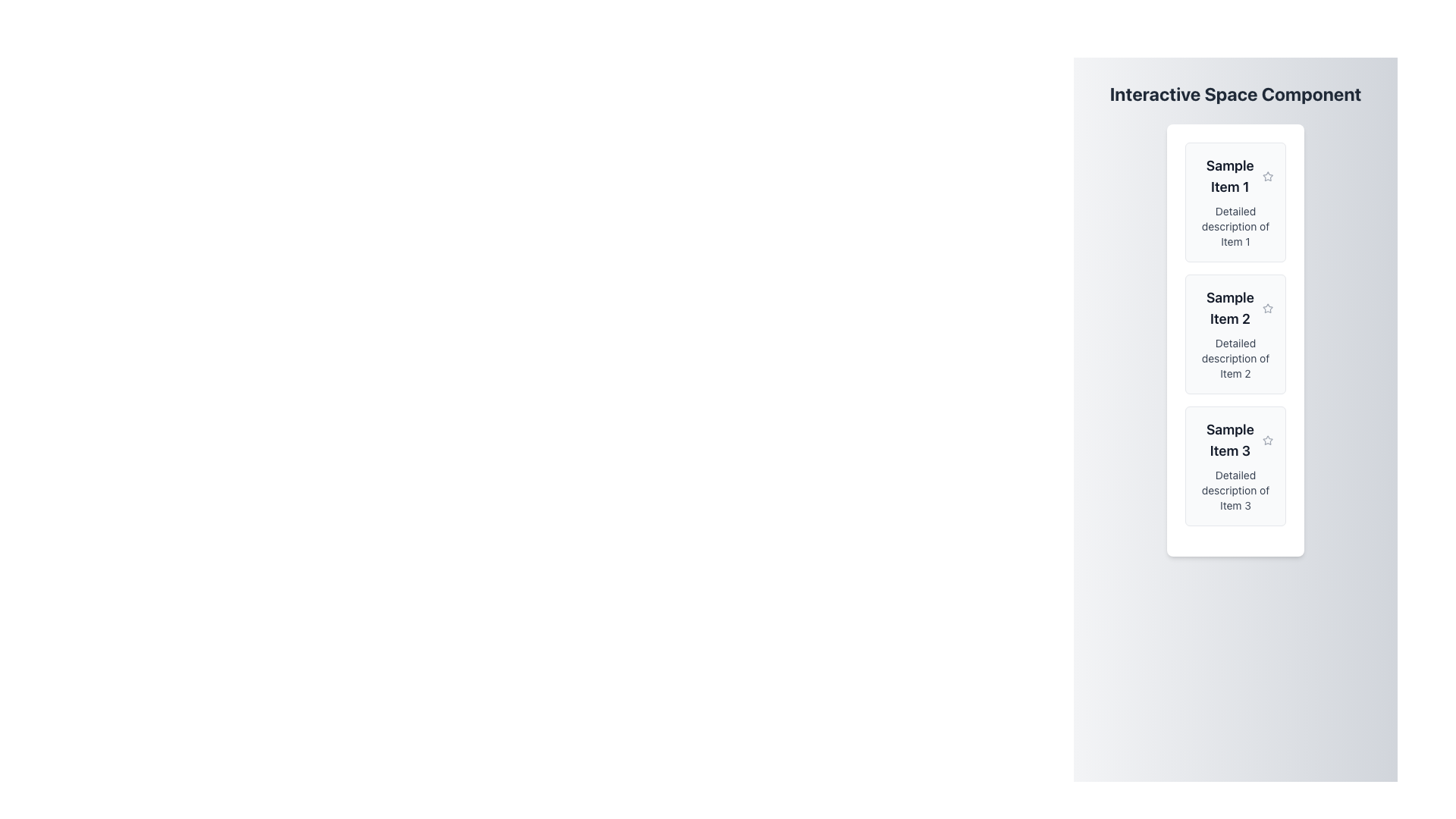 The width and height of the screenshot is (1456, 819). What do you see at coordinates (1268, 440) in the screenshot?
I see `the third star icon associated with 'Sample Item 3'` at bounding box center [1268, 440].